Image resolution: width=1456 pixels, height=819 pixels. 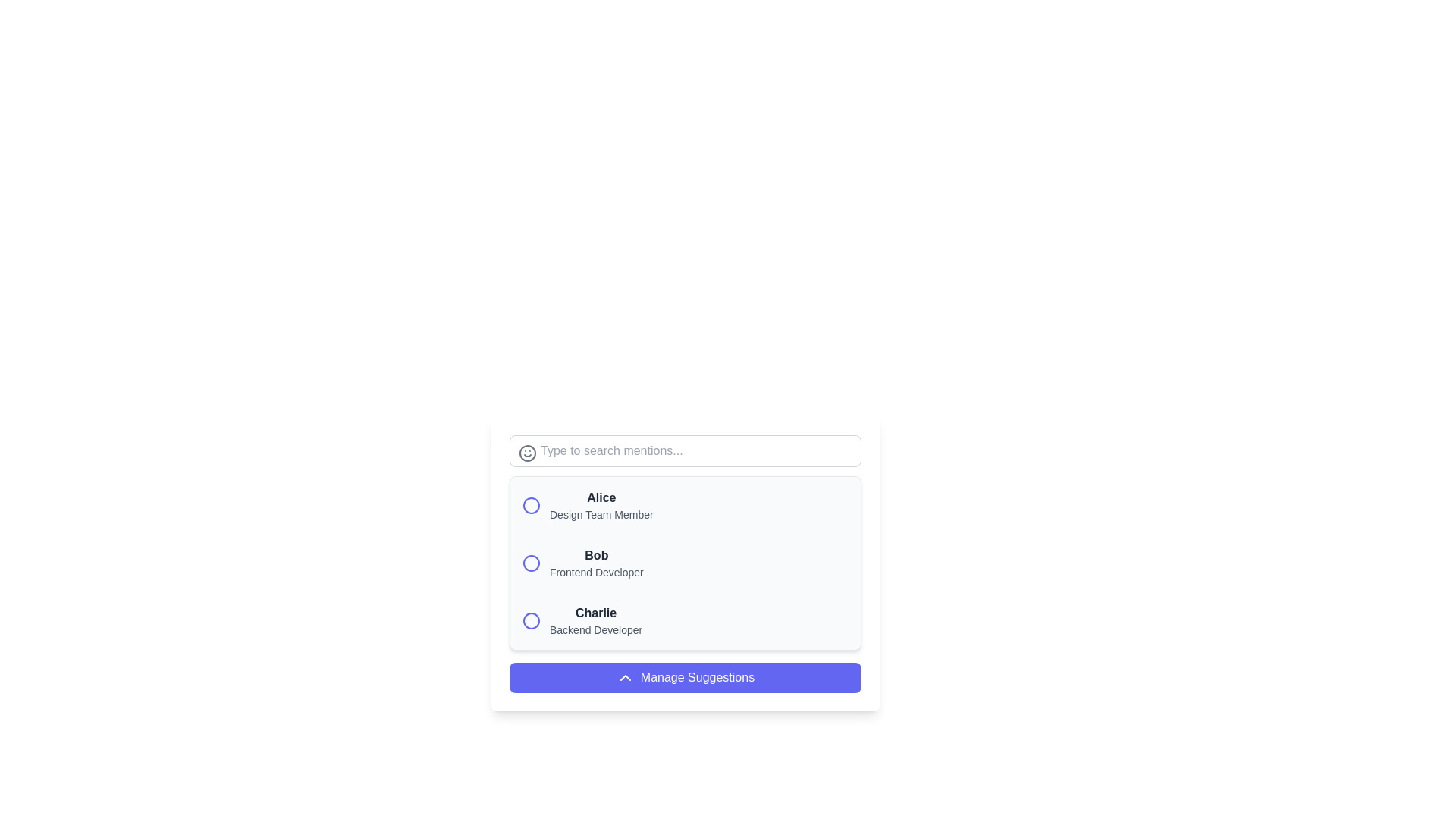 What do you see at coordinates (684, 506) in the screenshot?
I see `the first selectable list item that allows the user to select 'Alice' from the list` at bounding box center [684, 506].